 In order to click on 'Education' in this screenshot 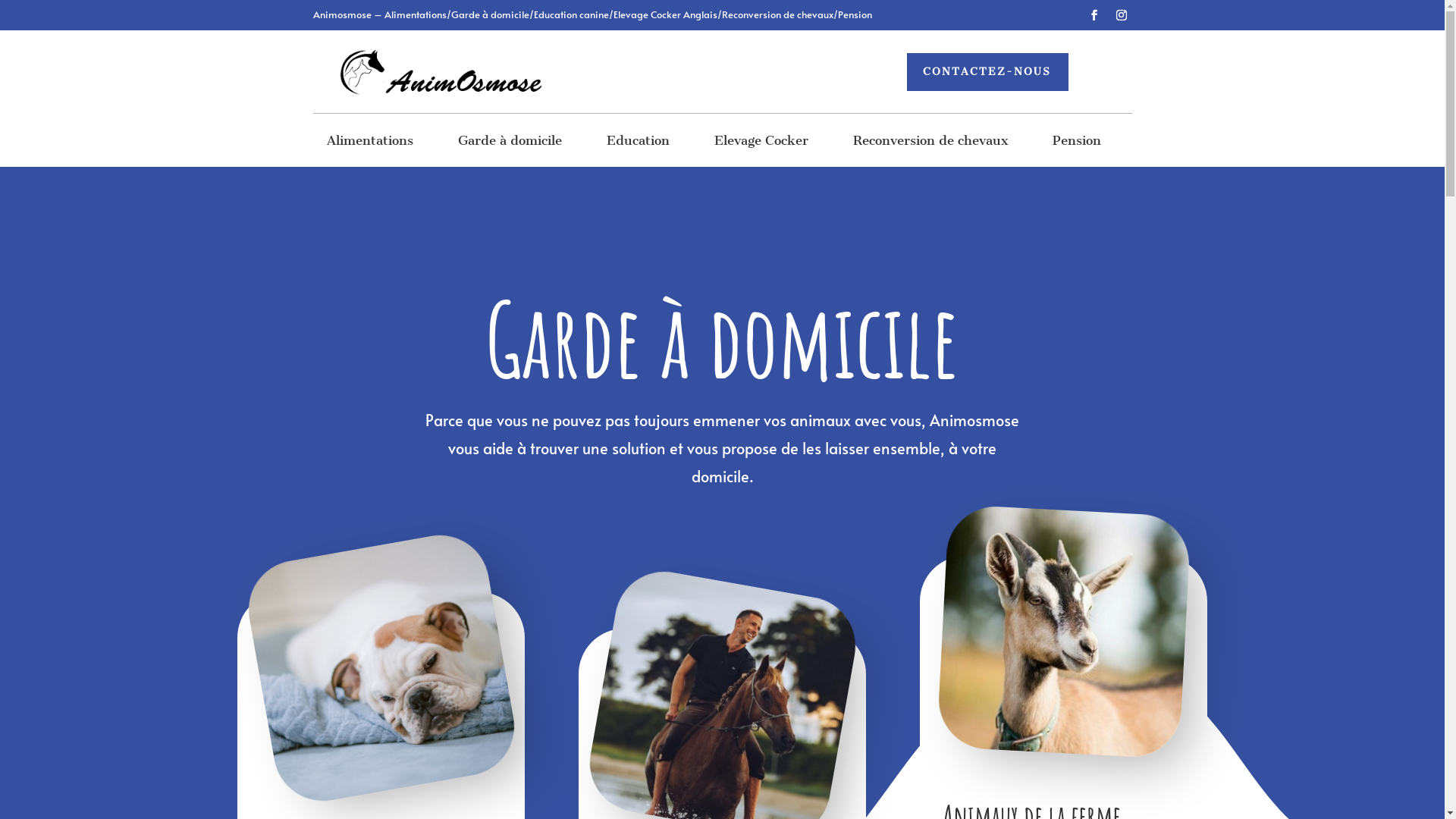, I will do `click(638, 143)`.